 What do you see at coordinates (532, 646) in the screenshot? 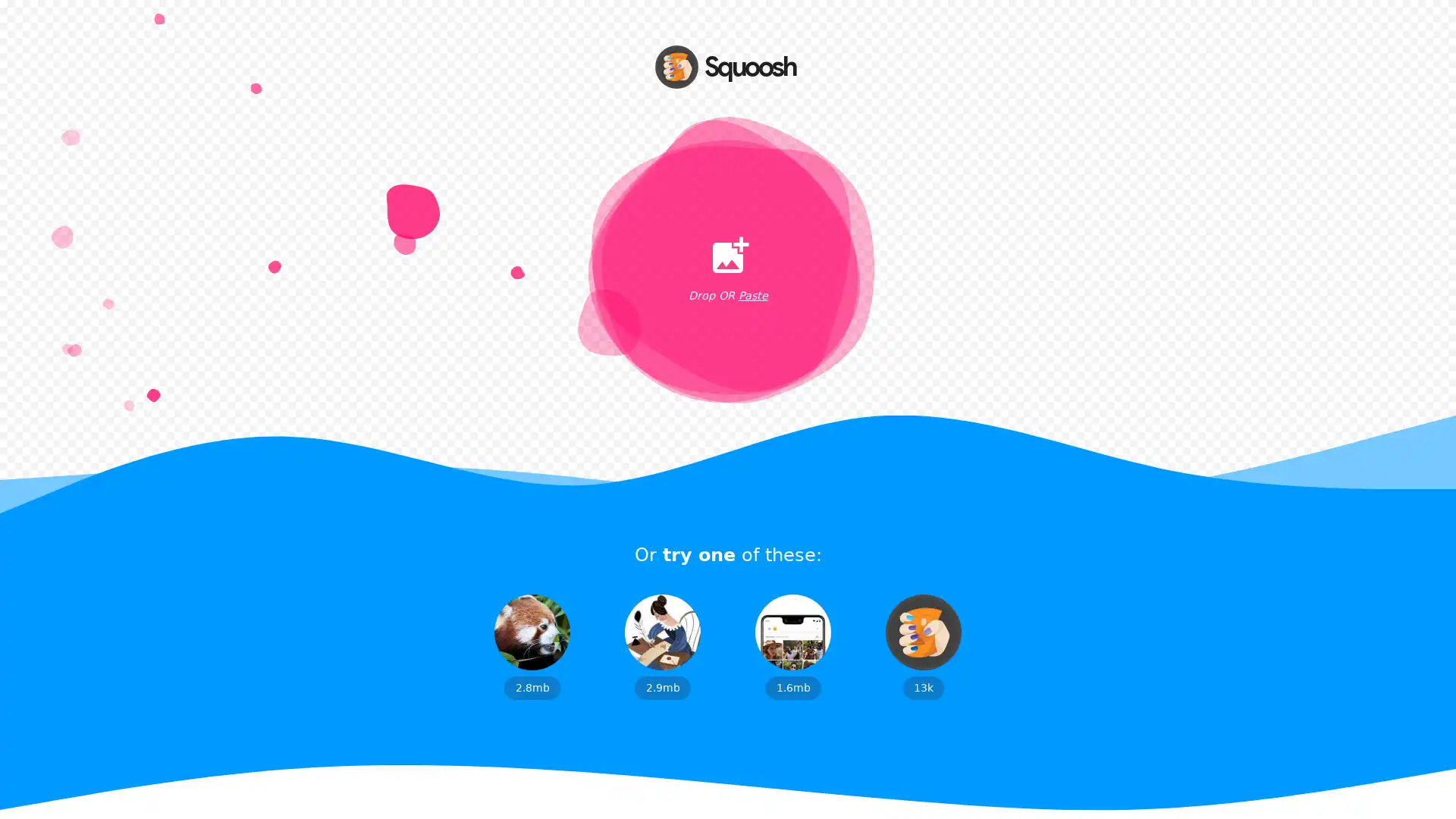
I see `Large photo 2.8mb` at bounding box center [532, 646].